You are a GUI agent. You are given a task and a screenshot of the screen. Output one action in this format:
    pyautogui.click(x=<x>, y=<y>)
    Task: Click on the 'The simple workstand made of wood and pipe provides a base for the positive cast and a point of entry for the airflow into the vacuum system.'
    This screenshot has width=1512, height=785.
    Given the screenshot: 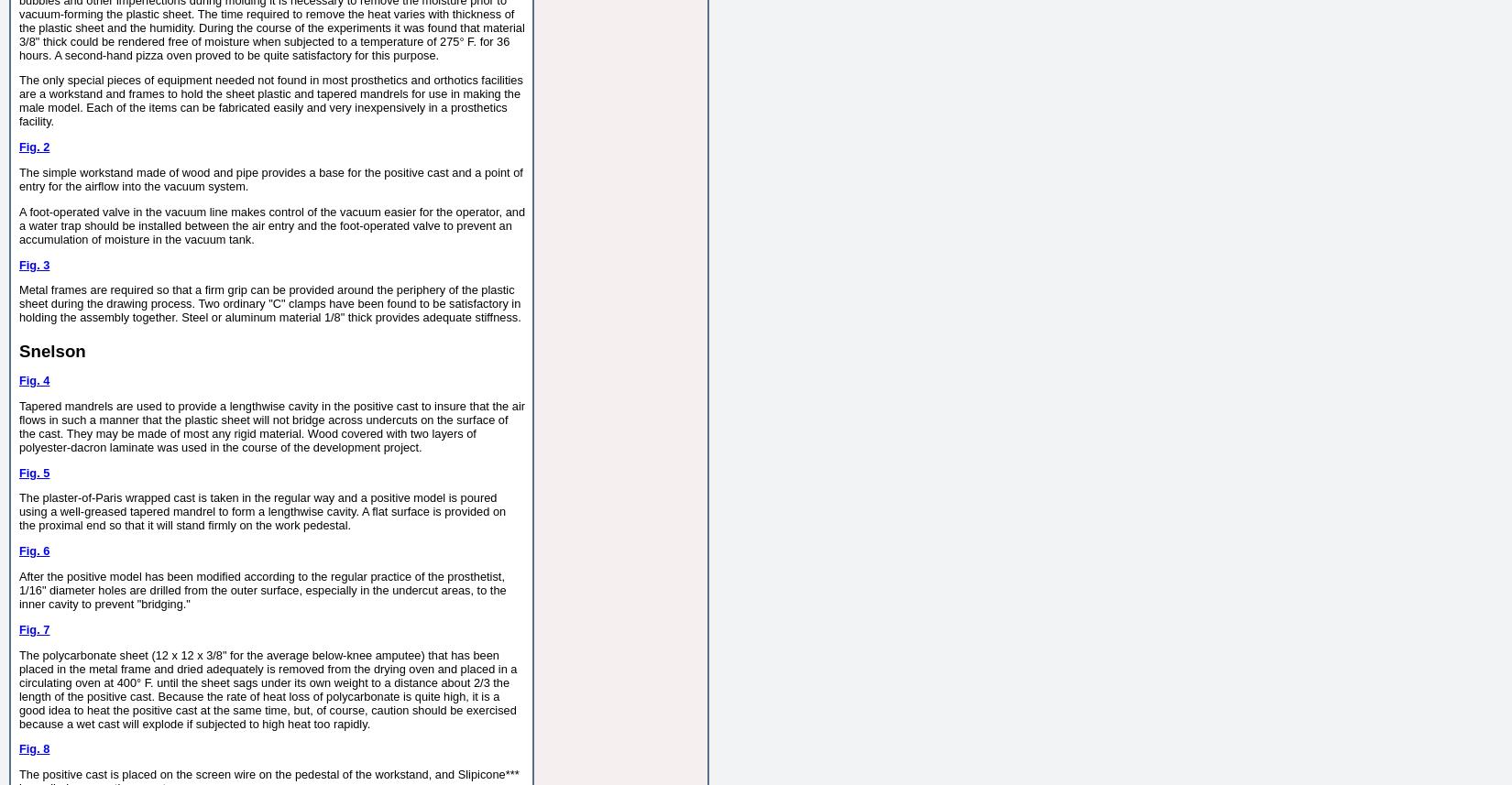 What is the action you would take?
    pyautogui.click(x=18, y=179)
    